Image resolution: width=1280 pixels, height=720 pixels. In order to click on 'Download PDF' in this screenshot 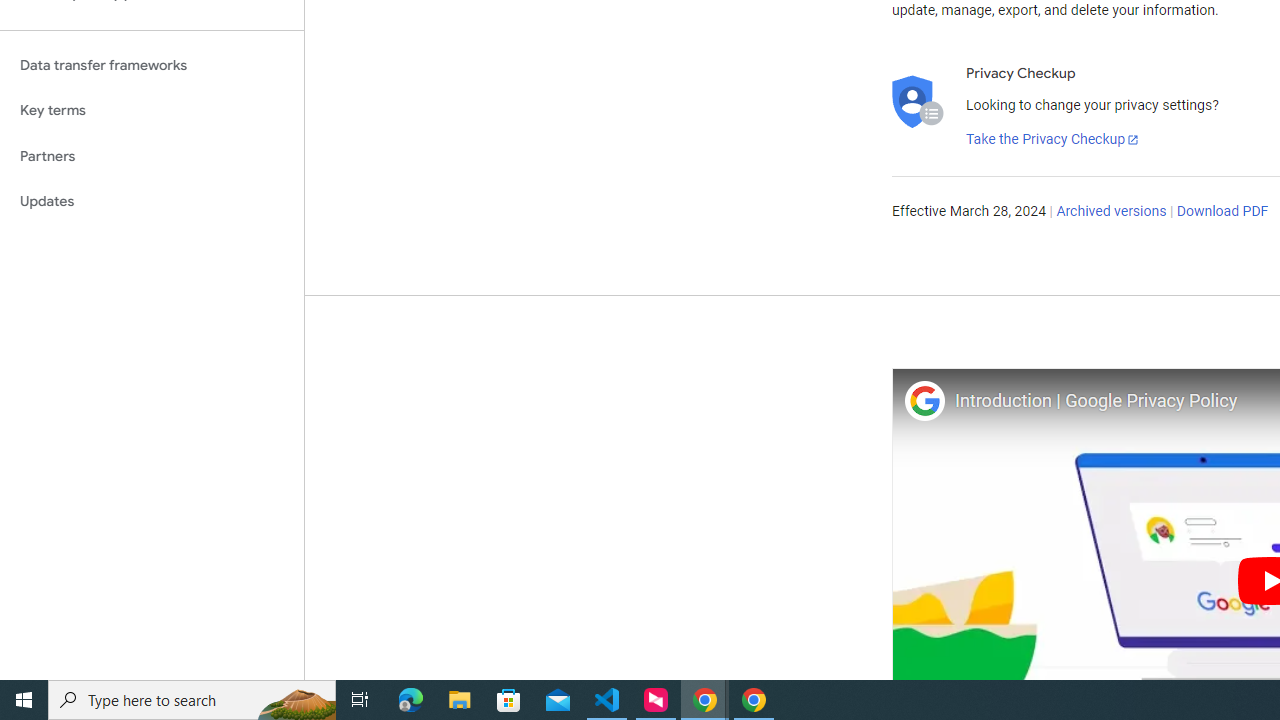, I will do `click(1221, 212)`.